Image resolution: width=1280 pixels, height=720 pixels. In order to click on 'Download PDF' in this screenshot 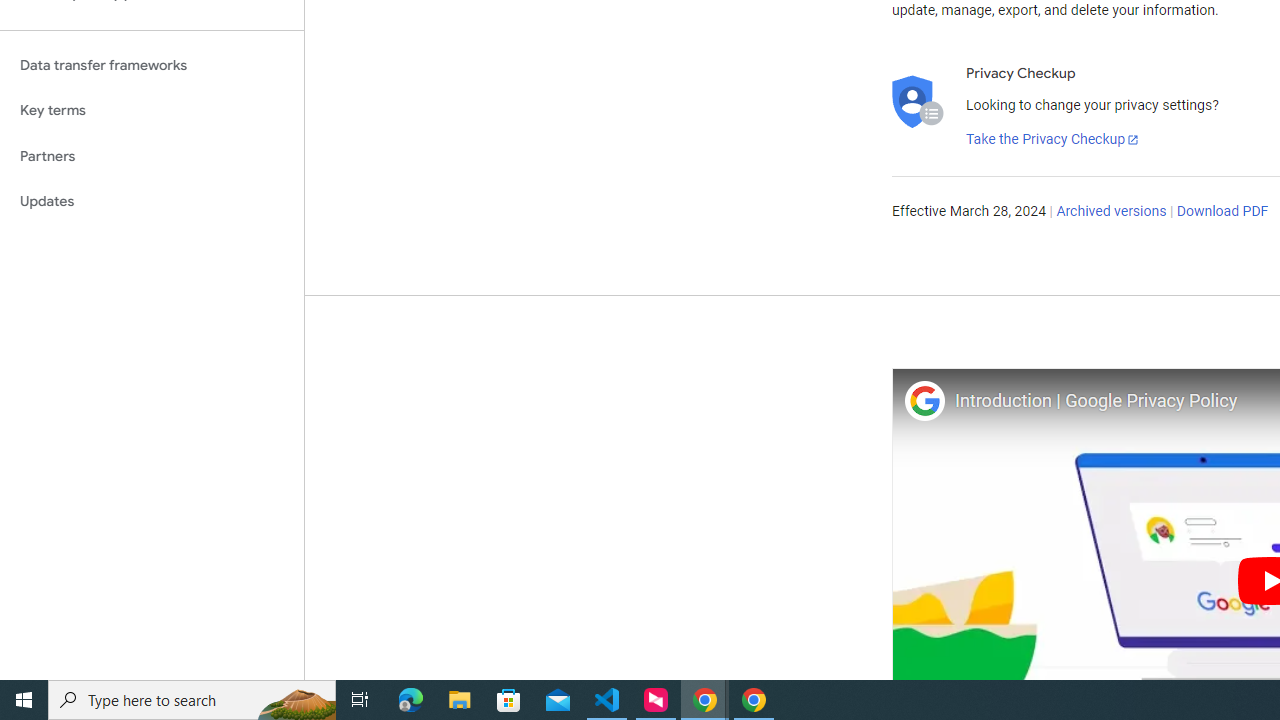, I will do `click(1221, 212)`.